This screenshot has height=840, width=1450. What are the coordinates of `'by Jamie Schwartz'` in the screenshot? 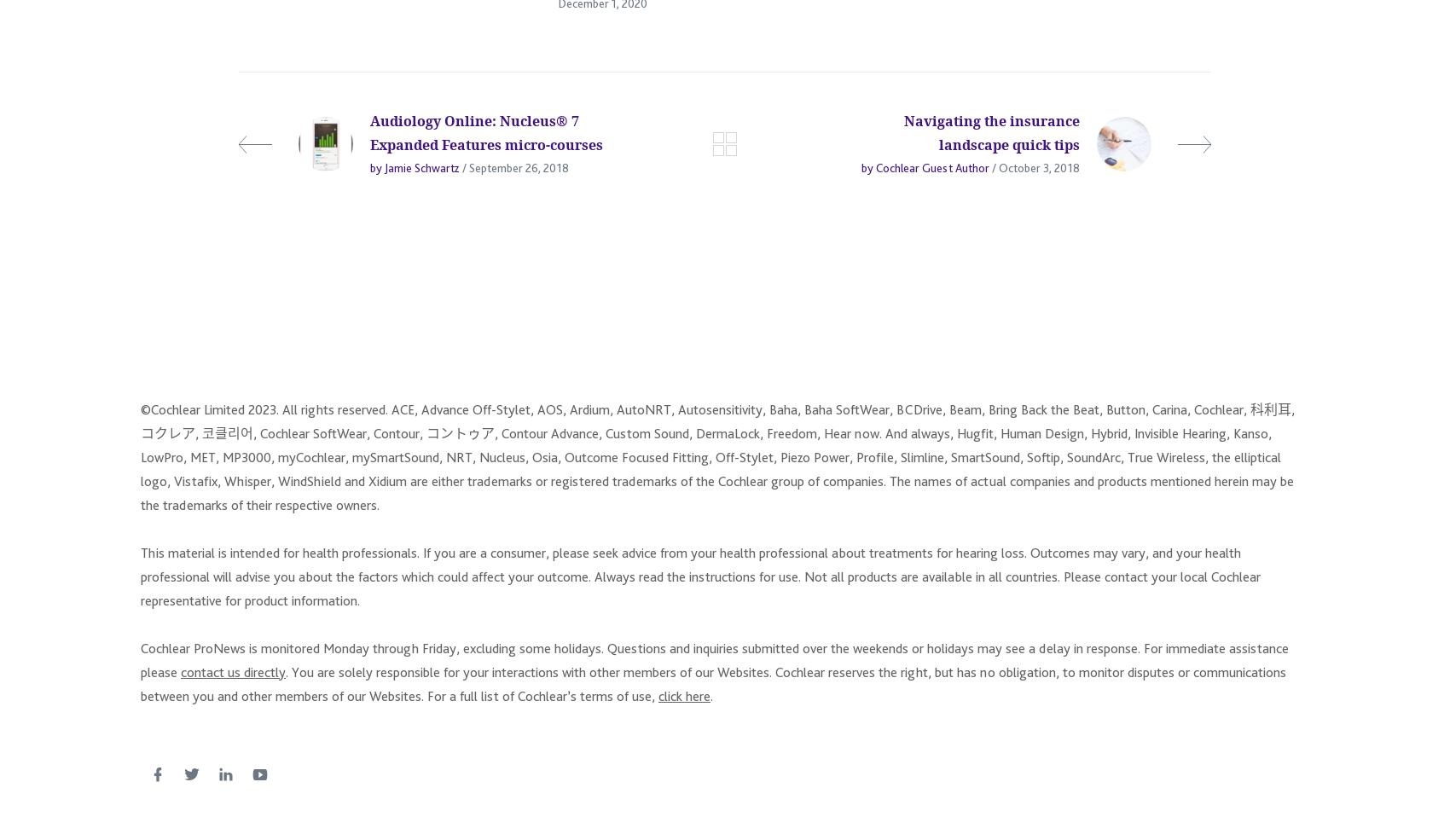 It's located at (370, 176).